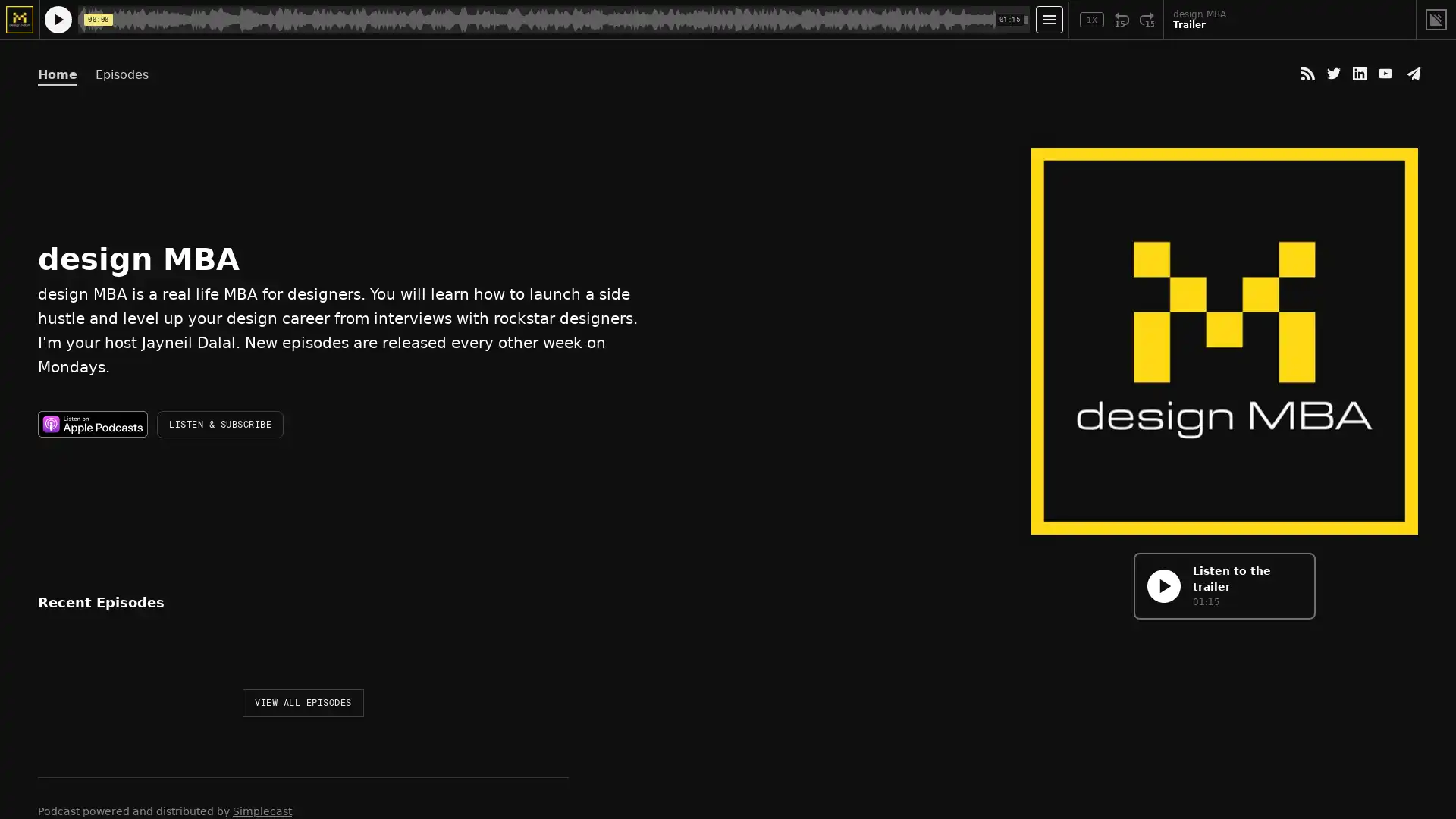 Image resolution: width=1456 pixels, height=819 pixels. Describe the element at coordinates (1147, 20) in the screenshot. I see `Fast Forward 15 Seconds` at that location.